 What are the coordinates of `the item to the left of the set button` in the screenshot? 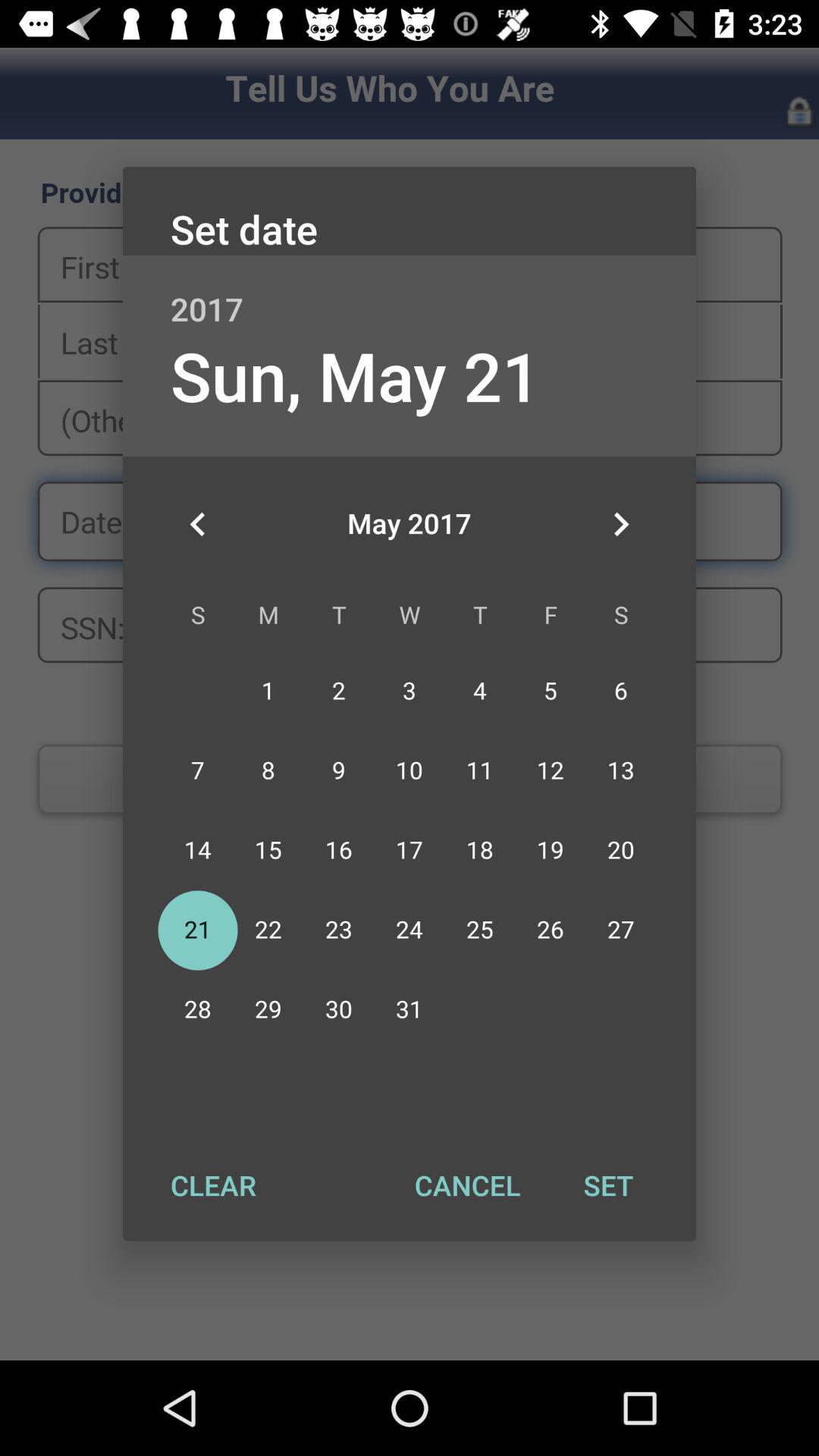 It's located at (466, 1185).